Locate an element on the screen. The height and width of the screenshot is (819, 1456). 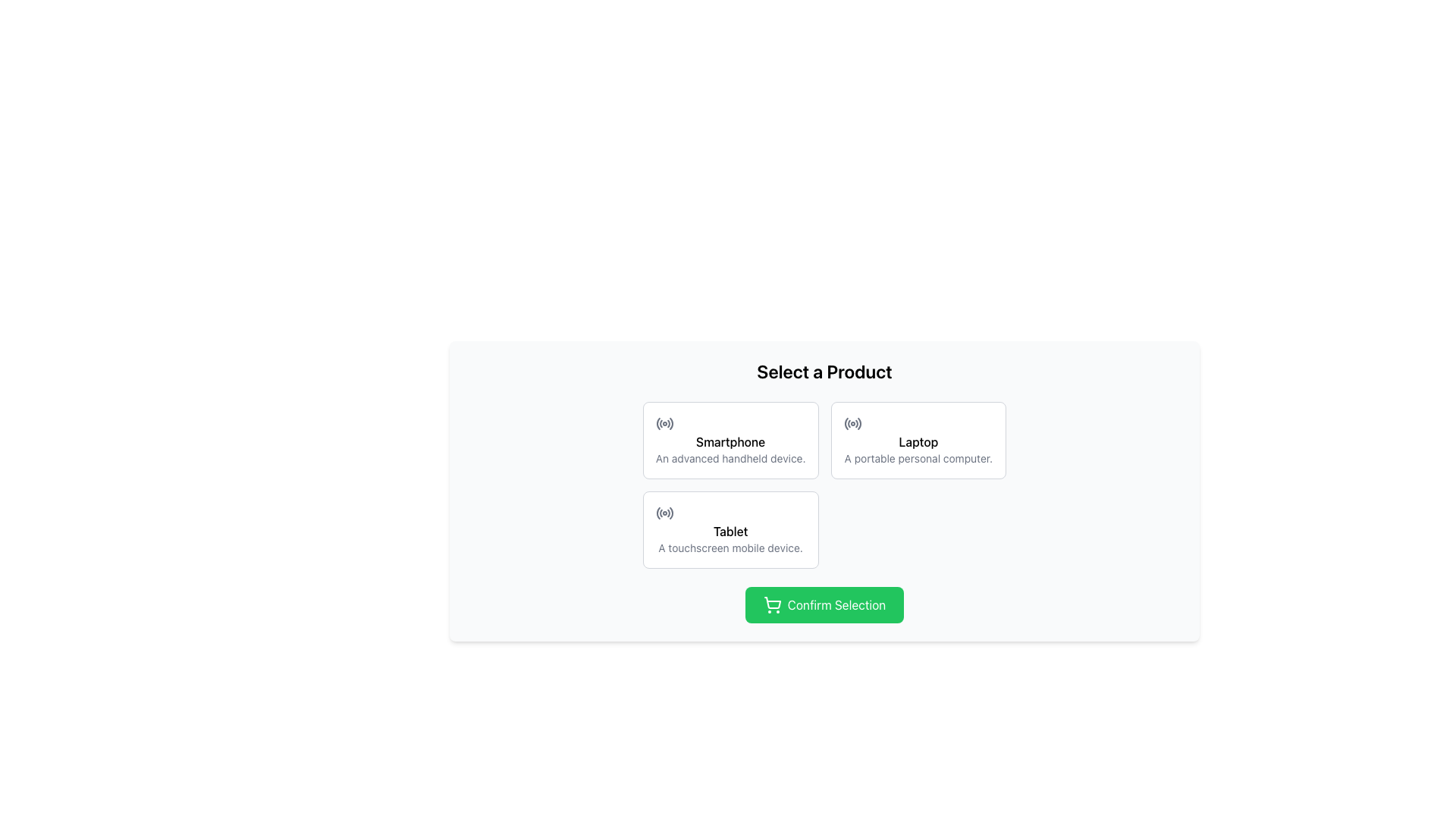
the SVG icon resembling a radio wave symbol, which is located to the left of the 'Laptop' label in the options layout is located at coordinates (852, 424).